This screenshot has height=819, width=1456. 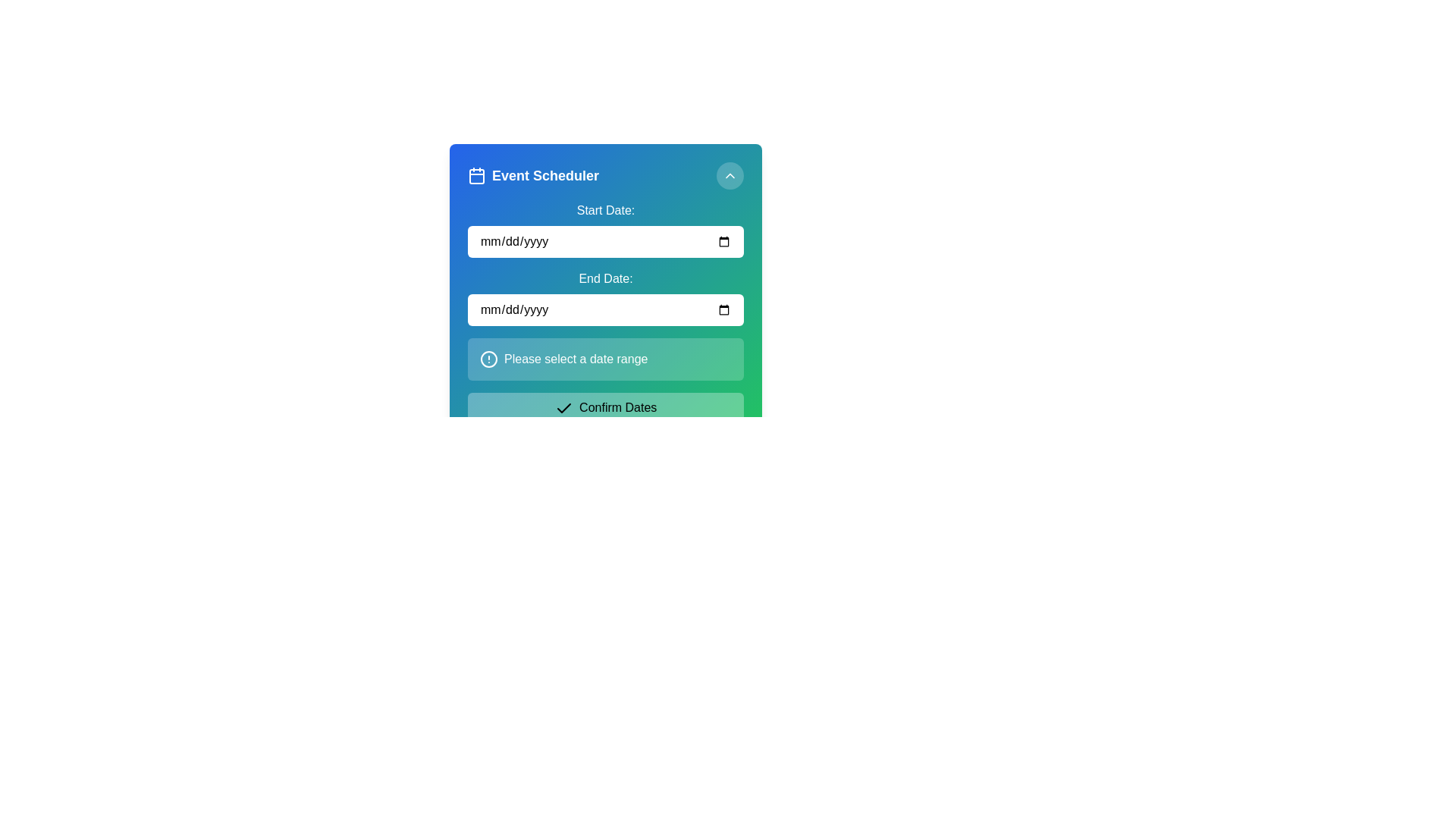 I want to click on the small upward-pointing chevron icon located at the top right corner of the UI header, which is styled with a hollow triangular shape and sharp edges, so click(x=730, y=174).